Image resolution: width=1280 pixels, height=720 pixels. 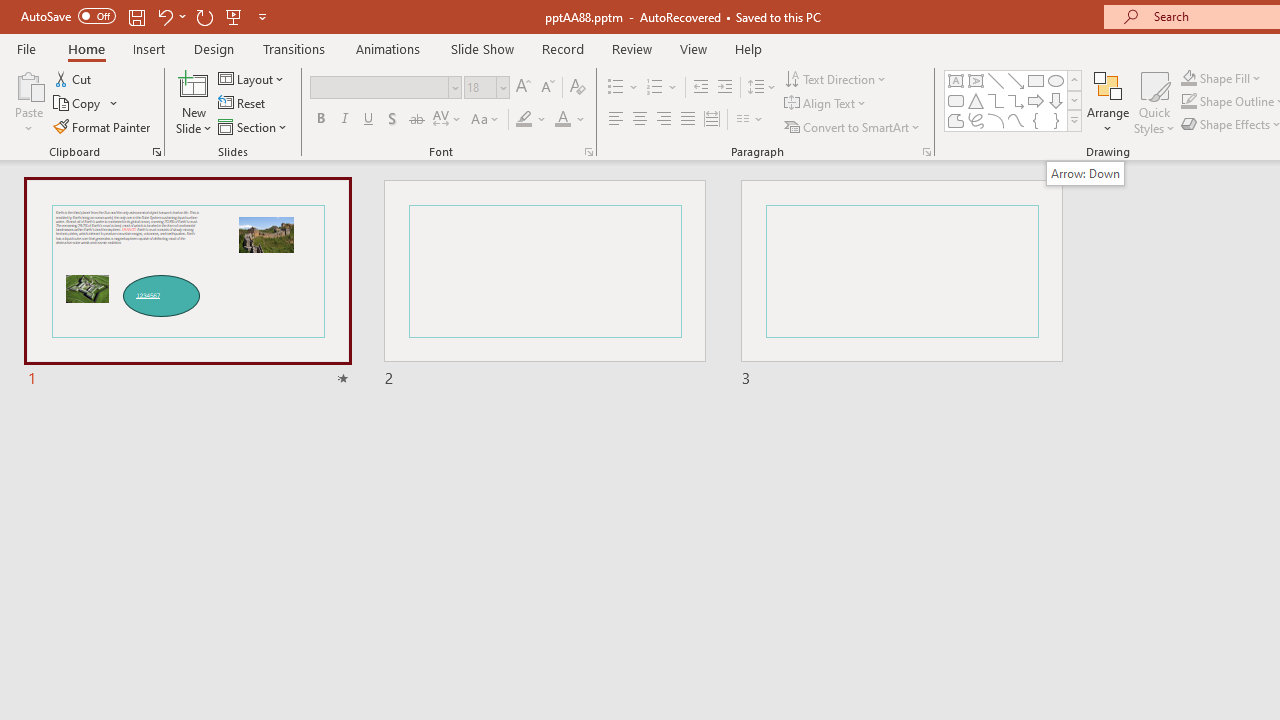 What do you see at coordinates (102, 127) in the screenshot?
I see `'Format Painter'` at bounding box center [102, 127].